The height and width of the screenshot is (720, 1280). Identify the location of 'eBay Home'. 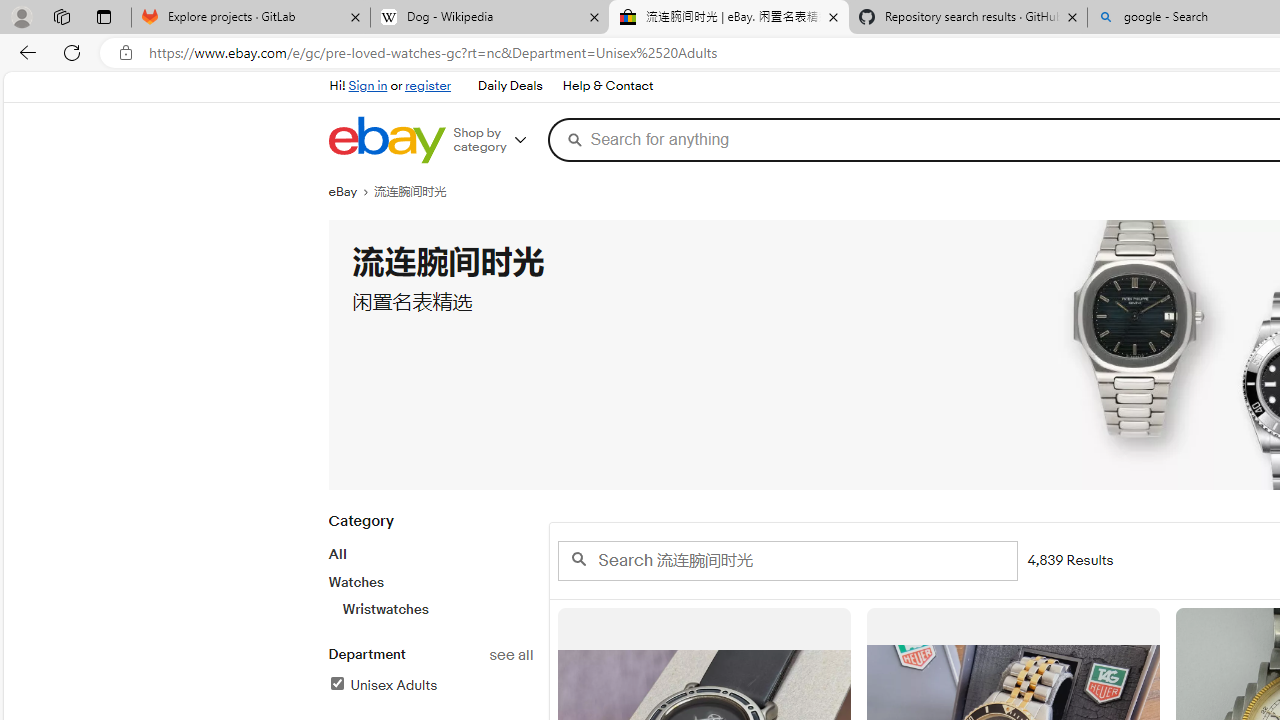
(386, 139).